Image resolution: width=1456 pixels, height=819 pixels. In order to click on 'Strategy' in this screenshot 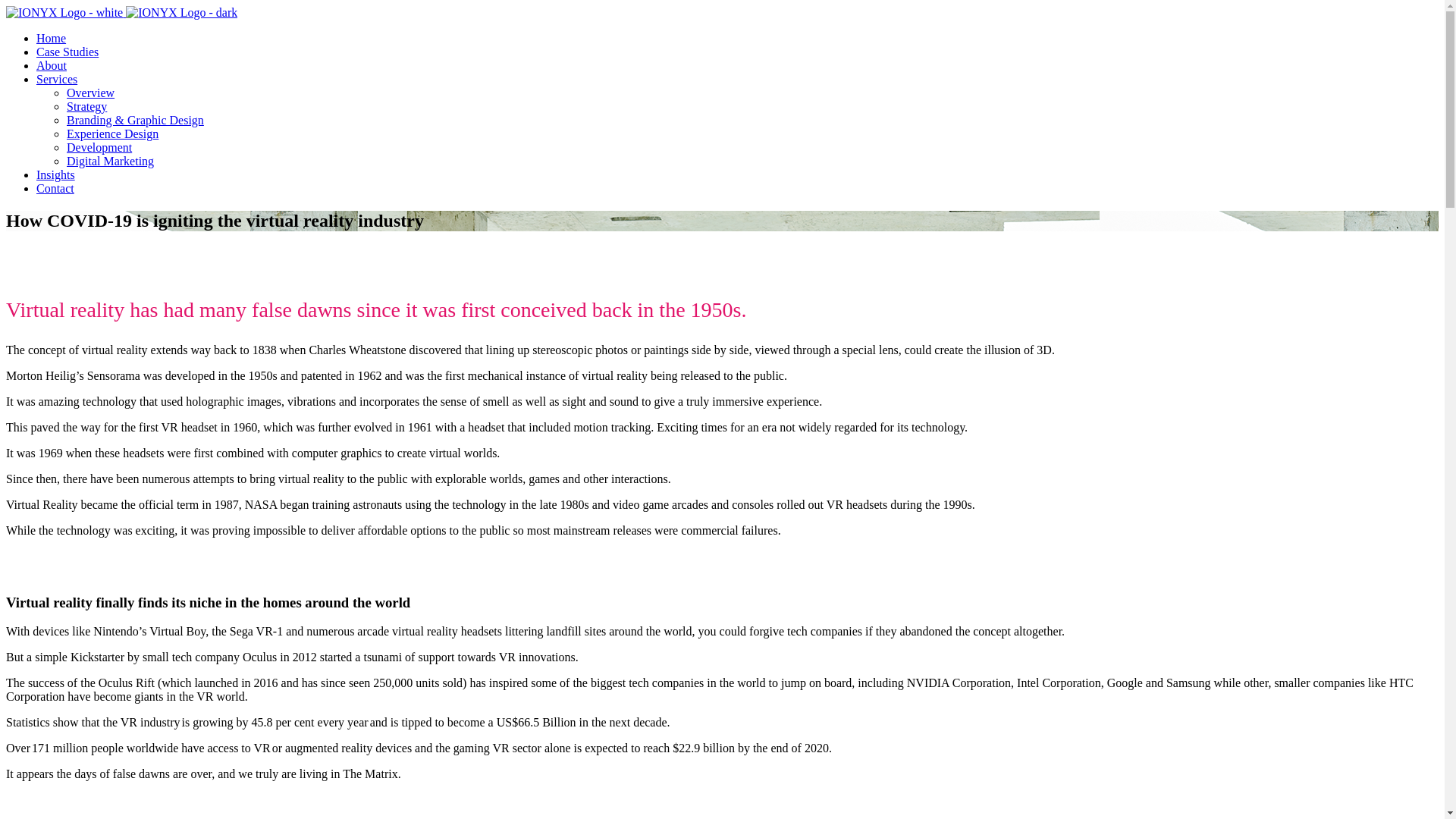, I will do `click(86, 105)`.